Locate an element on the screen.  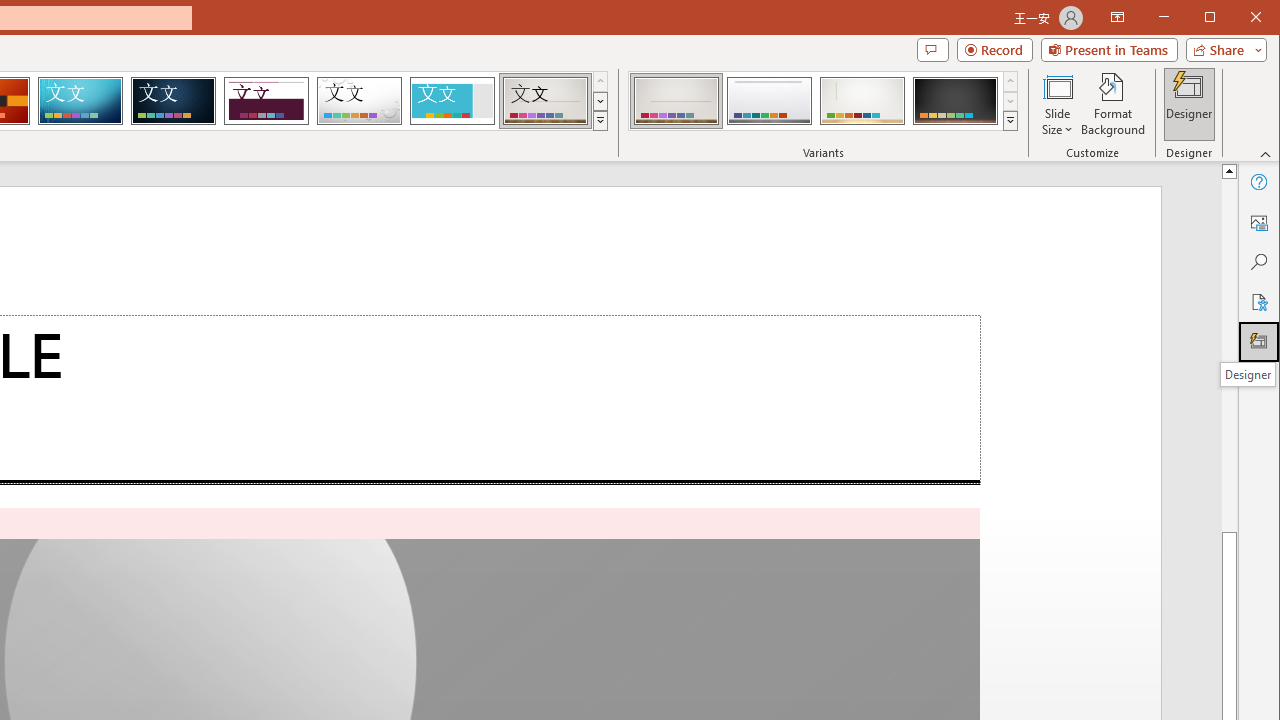
'Droplet' is located at coordinates (359, 100).